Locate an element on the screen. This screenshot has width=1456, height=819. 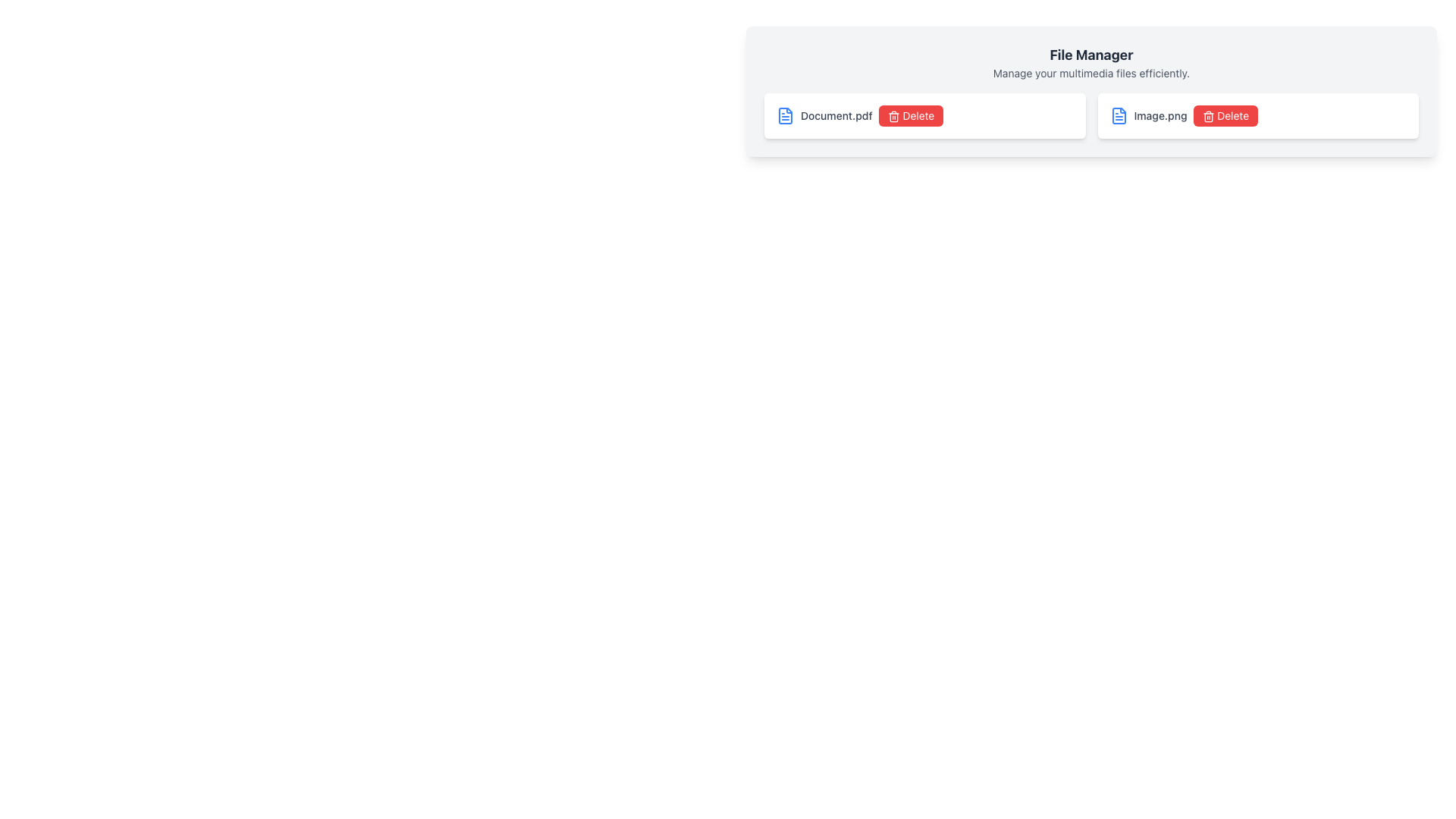
the prominent heading text label styled with a bold font and dark gray color, reading 'File Manager', located at the top of the section is located at coordinates (1090, 55).